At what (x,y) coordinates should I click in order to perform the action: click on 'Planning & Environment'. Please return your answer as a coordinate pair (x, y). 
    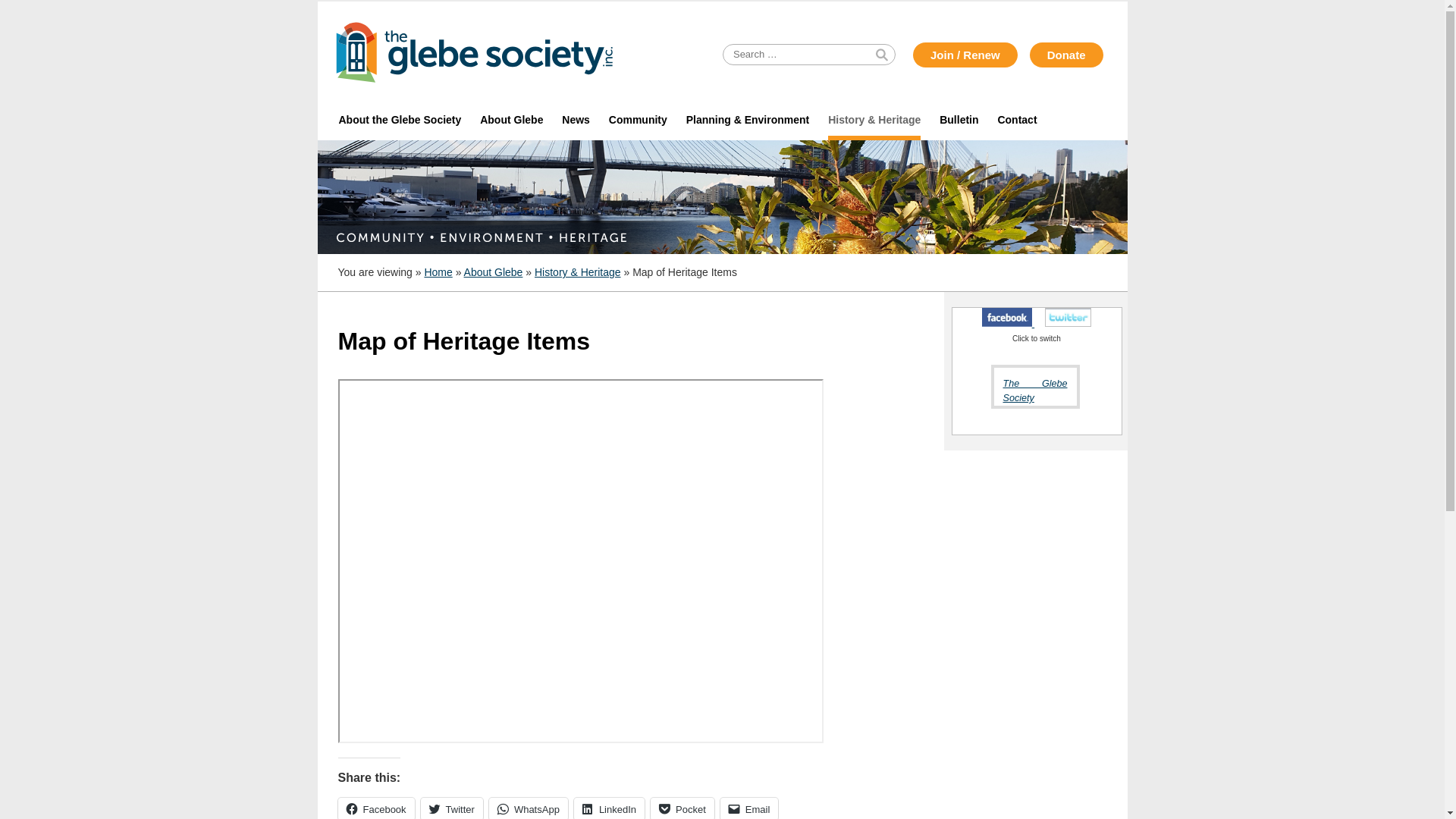
    Looking at the image, I should click on (747, 119).